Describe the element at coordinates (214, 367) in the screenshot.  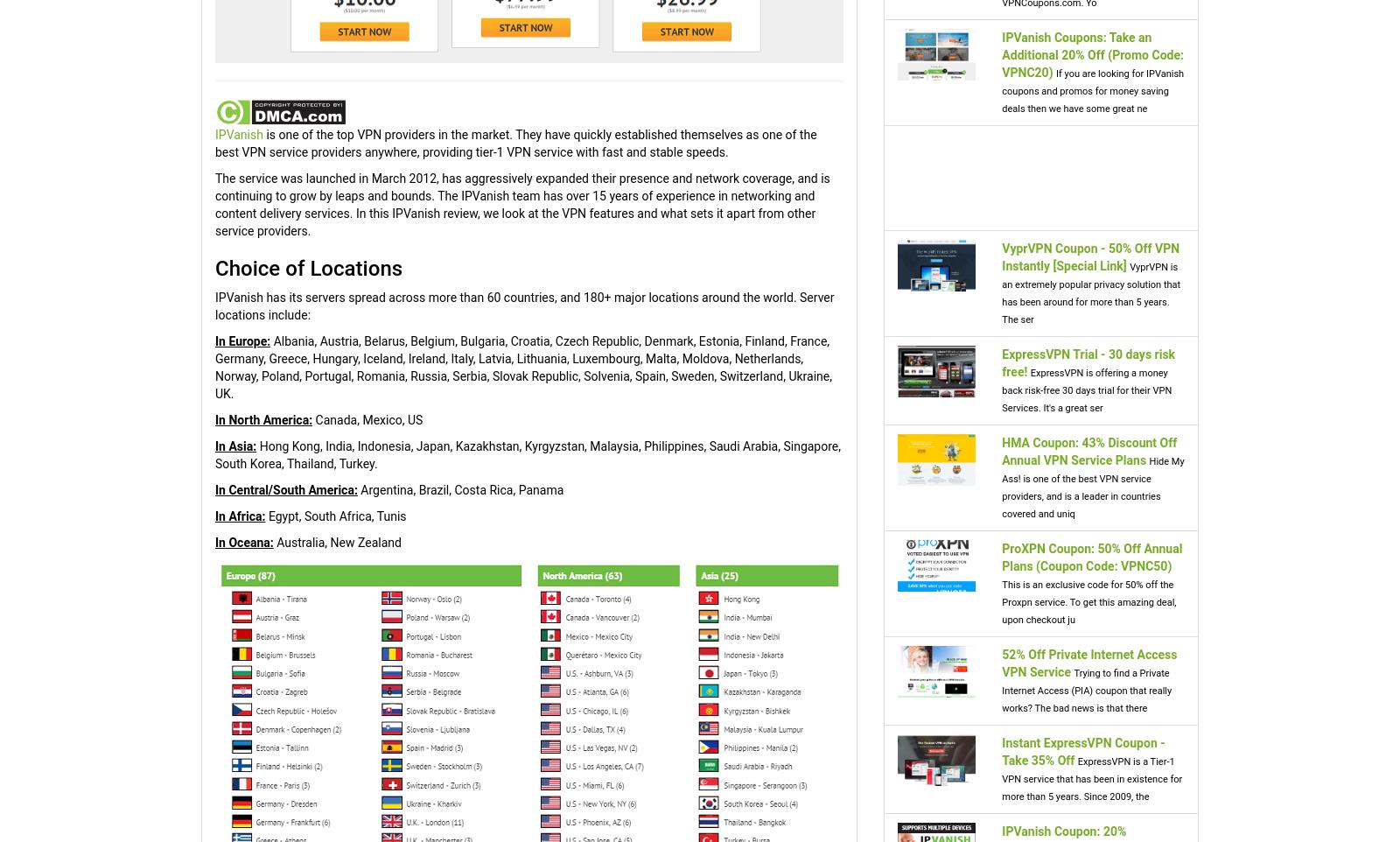
I see `'Albania, Austria, Belarus, Belgium, Bulgaria, Croatia, Czech Republic, Denmark, Estonia, Finland, France, Germany, Greece, Hungary, Iceland, Ireland, Italy, Latvia, Lithuania, Luxembourg, Malta, Moldova, Netherlands, Norway, Poland, Portugal, Romania, Russia, Serbia, Slovak Republic, Solvenia, Spain, Sweden, Switzerland, Ukraine, UK.'` at that location.